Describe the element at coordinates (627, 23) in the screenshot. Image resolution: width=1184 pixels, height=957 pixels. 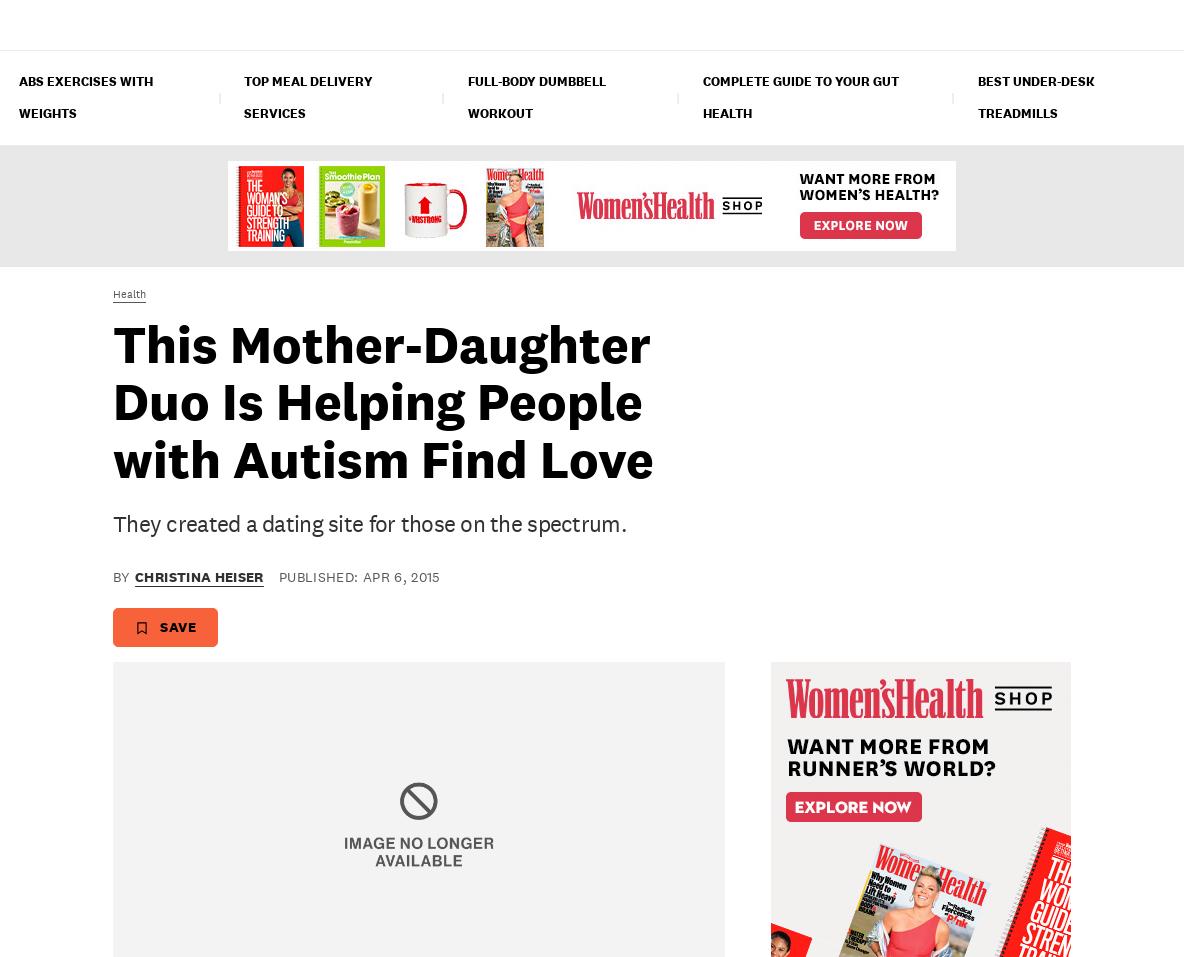
I see `'Relationships'` at that location.